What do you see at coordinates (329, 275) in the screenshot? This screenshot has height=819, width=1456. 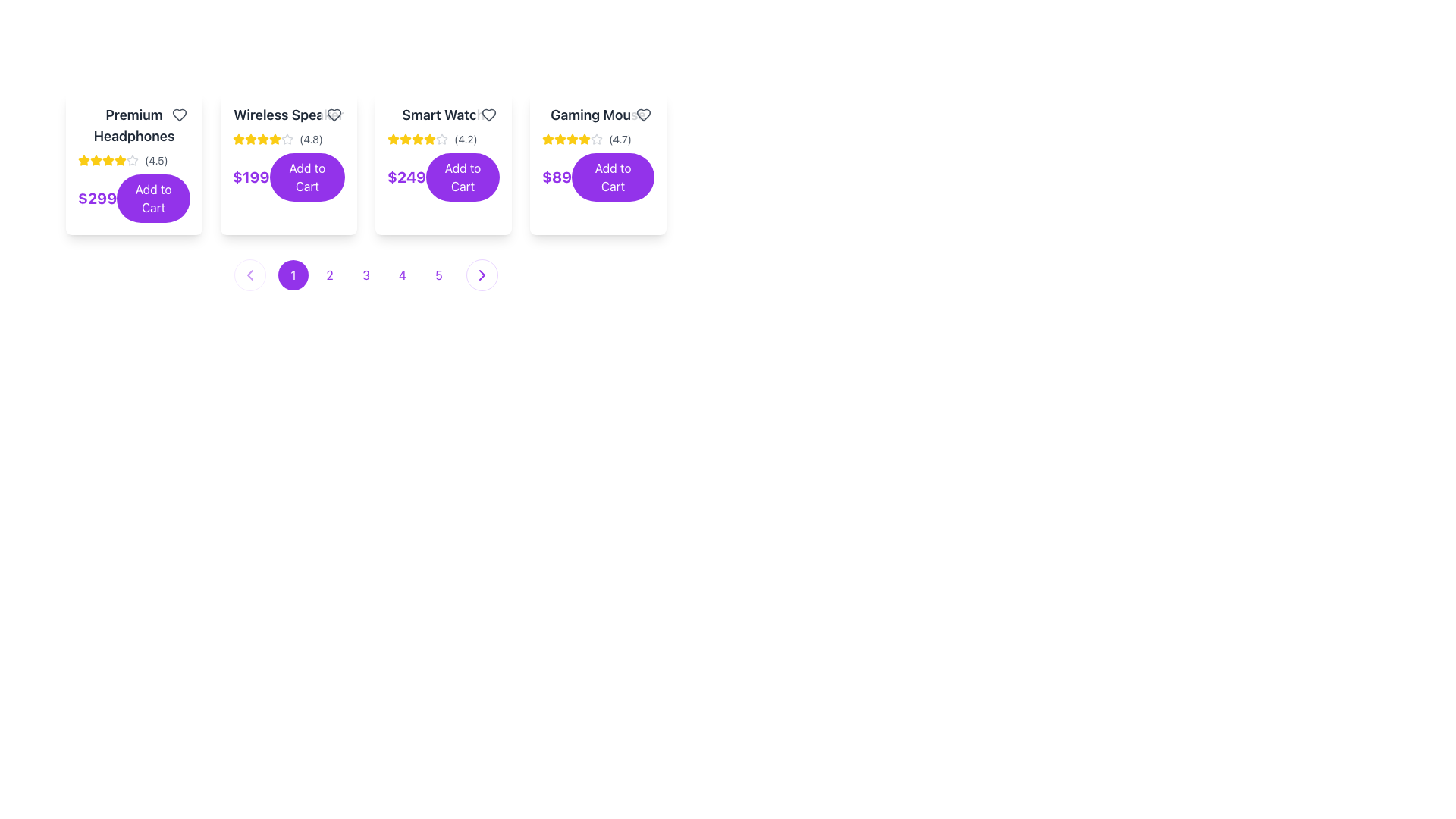 I see `the pagination button that navigates to the second page, located directly to the right of the button labeled '1' and to the left of the button labeled '3'` at bounding box center [329, 275].